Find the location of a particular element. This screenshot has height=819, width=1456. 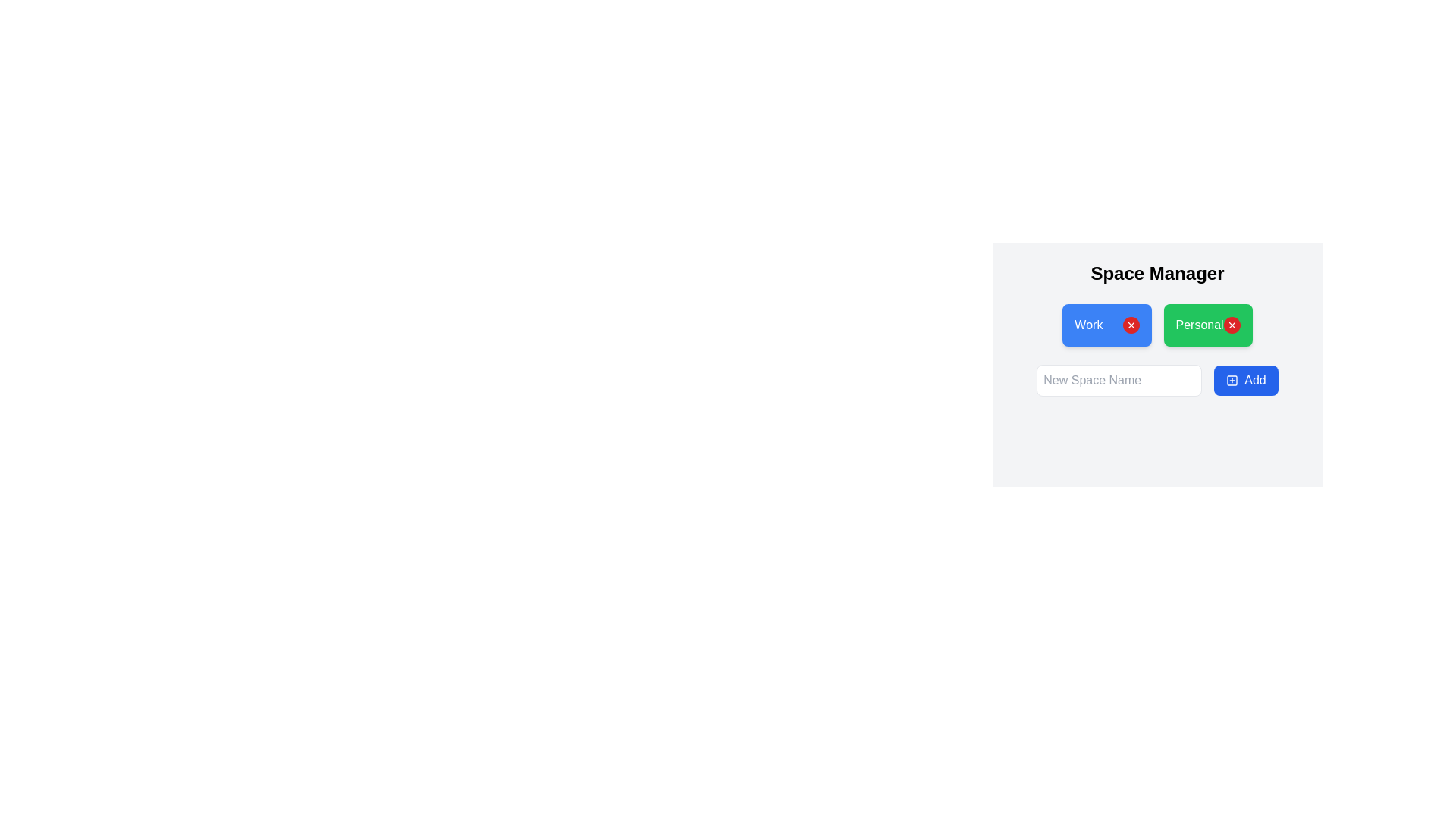

the delete button located on the right side of the 'Work' button is located at coordinates (1131, 324).